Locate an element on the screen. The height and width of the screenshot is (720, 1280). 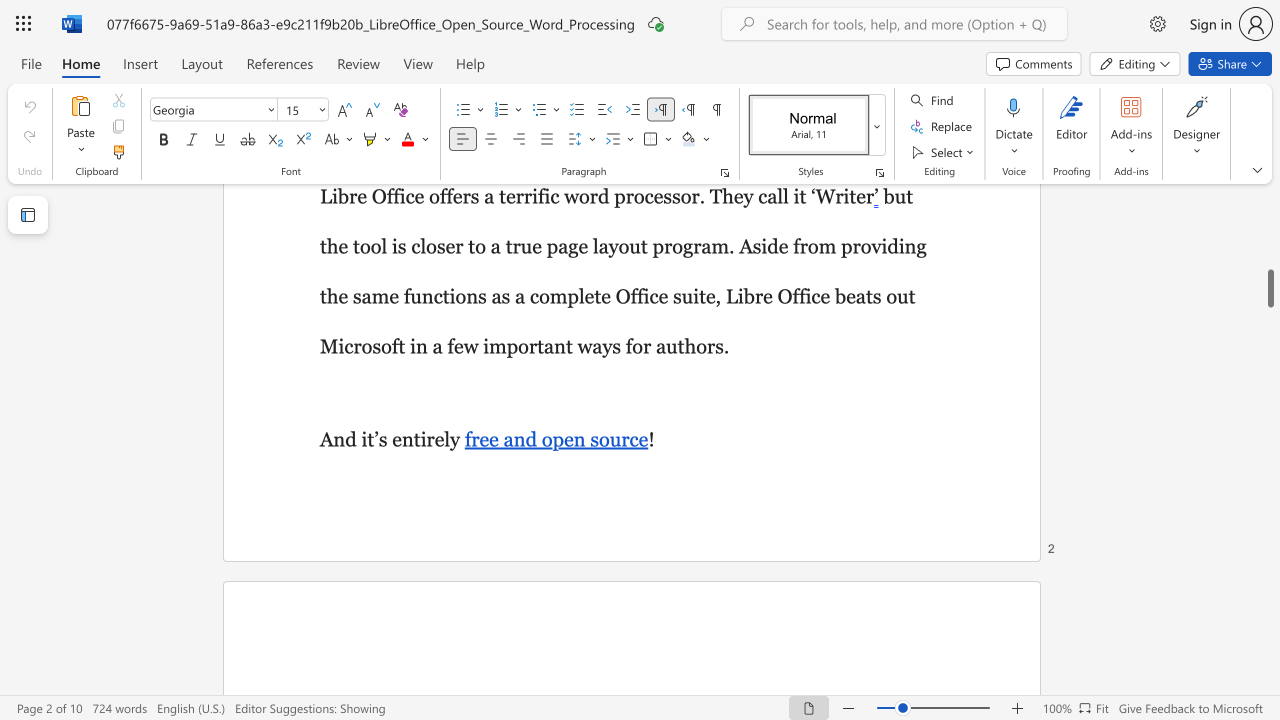
the 14th character "t" in the text is located at coordinates (540, 345).